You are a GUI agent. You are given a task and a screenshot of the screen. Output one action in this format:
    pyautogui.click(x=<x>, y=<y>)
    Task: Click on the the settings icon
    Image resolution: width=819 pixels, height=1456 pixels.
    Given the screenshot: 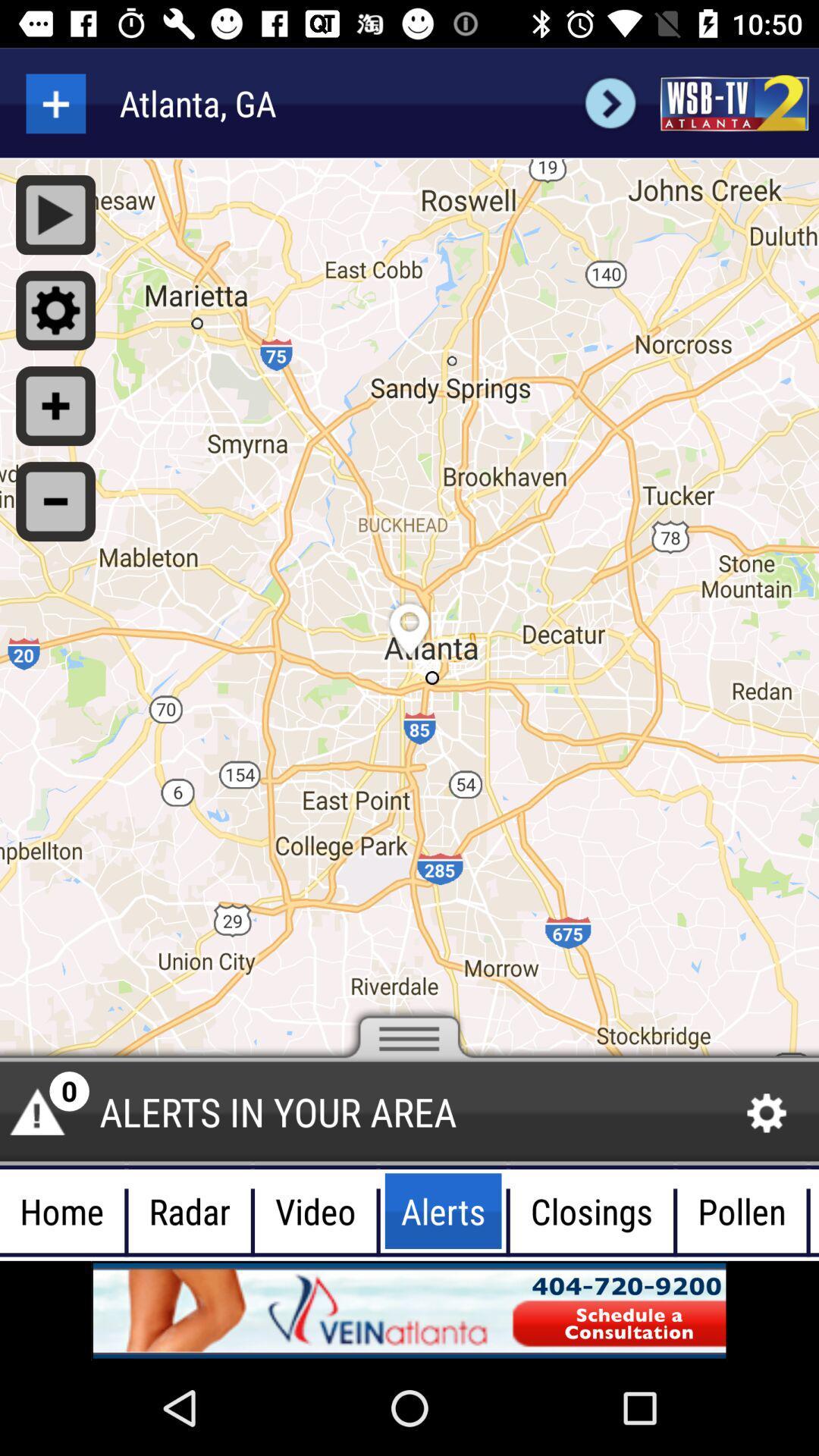 What is the action you would take?
    pyautogui.click(x=767, y=1113)
    